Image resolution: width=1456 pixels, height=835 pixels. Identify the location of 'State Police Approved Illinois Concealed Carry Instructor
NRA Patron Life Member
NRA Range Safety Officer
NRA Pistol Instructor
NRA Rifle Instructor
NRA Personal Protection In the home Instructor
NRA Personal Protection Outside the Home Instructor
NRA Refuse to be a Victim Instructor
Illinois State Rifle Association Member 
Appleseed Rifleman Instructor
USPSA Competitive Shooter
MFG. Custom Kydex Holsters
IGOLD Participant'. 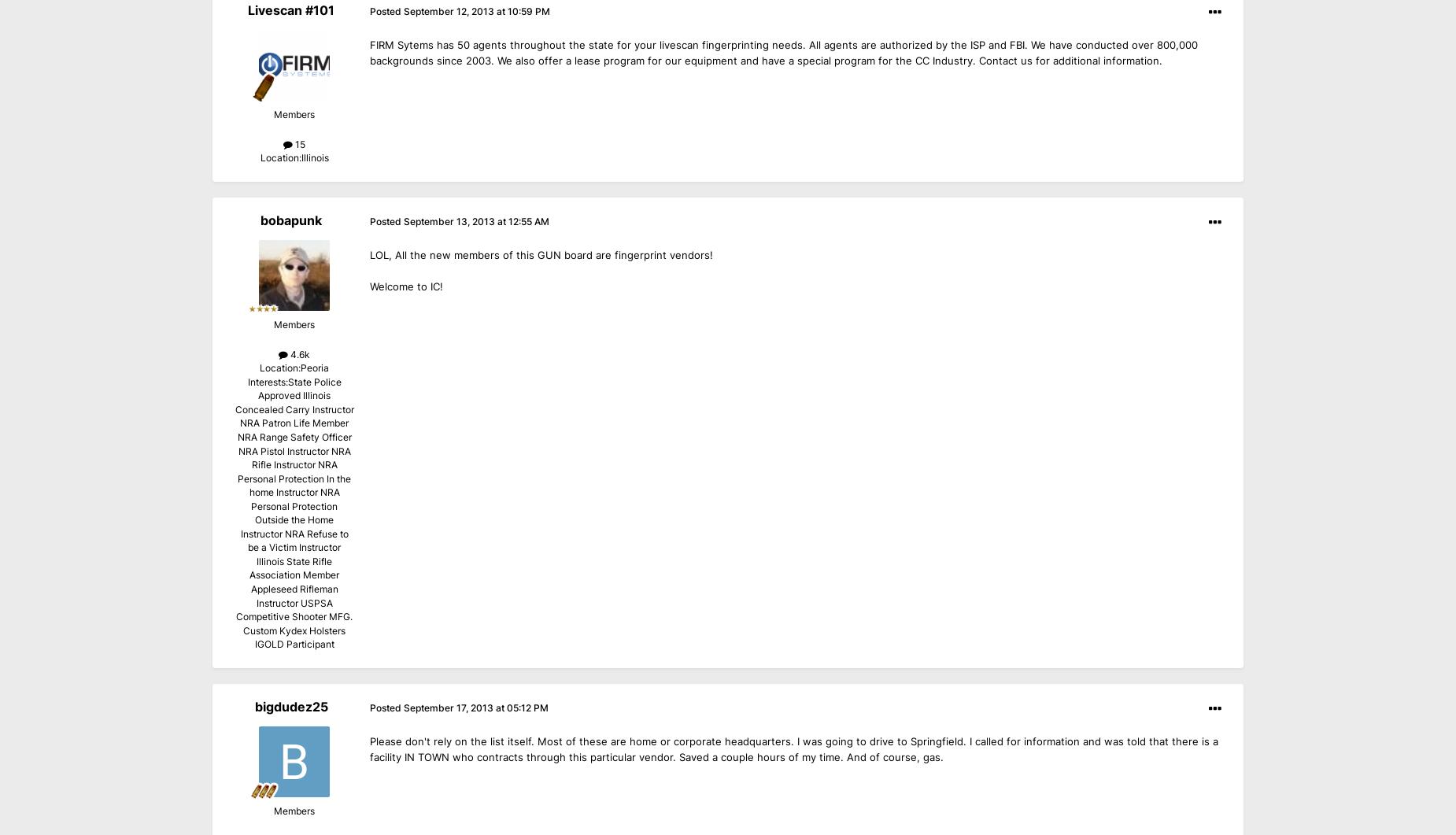
(293, 512).